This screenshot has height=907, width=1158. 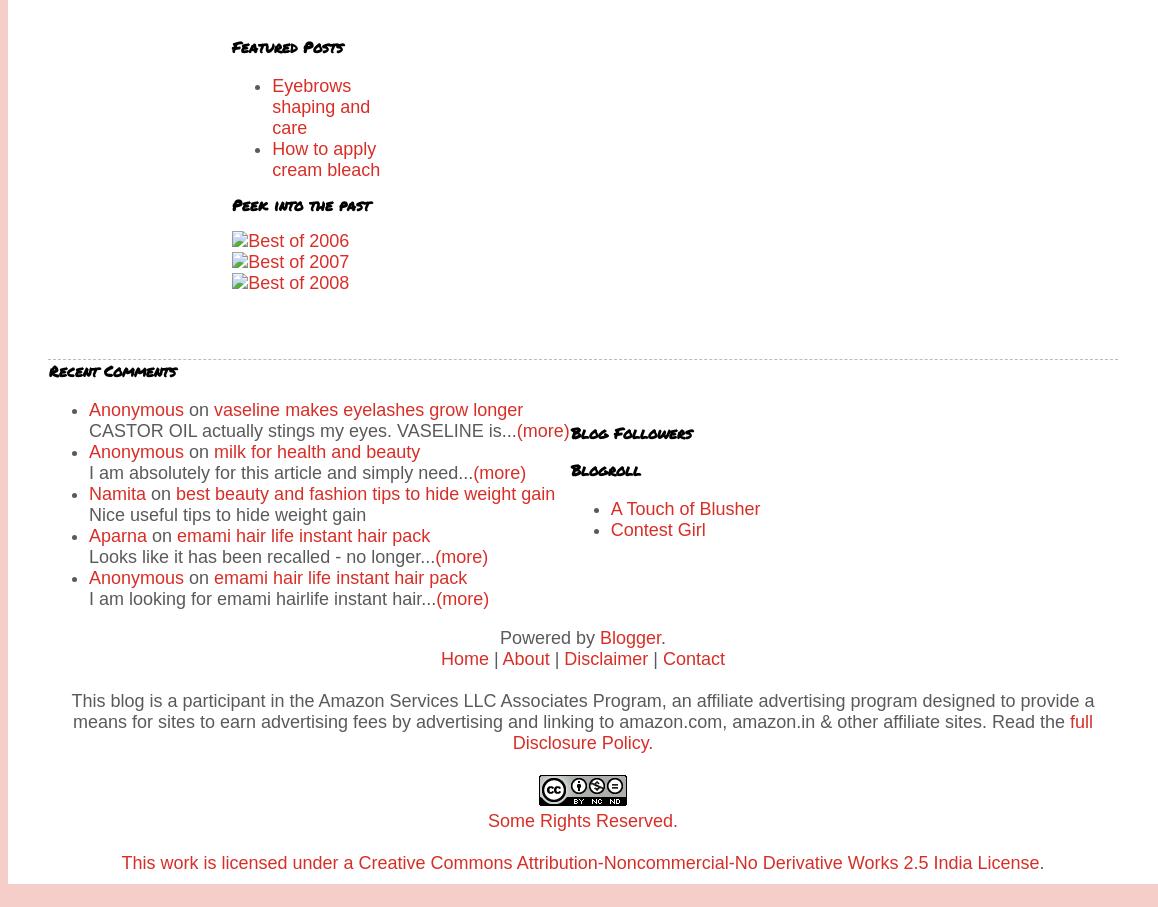 I want to click on 'Pankajakasthuri Kasthuri Herbal Soap review', so click(x=151, y=545).